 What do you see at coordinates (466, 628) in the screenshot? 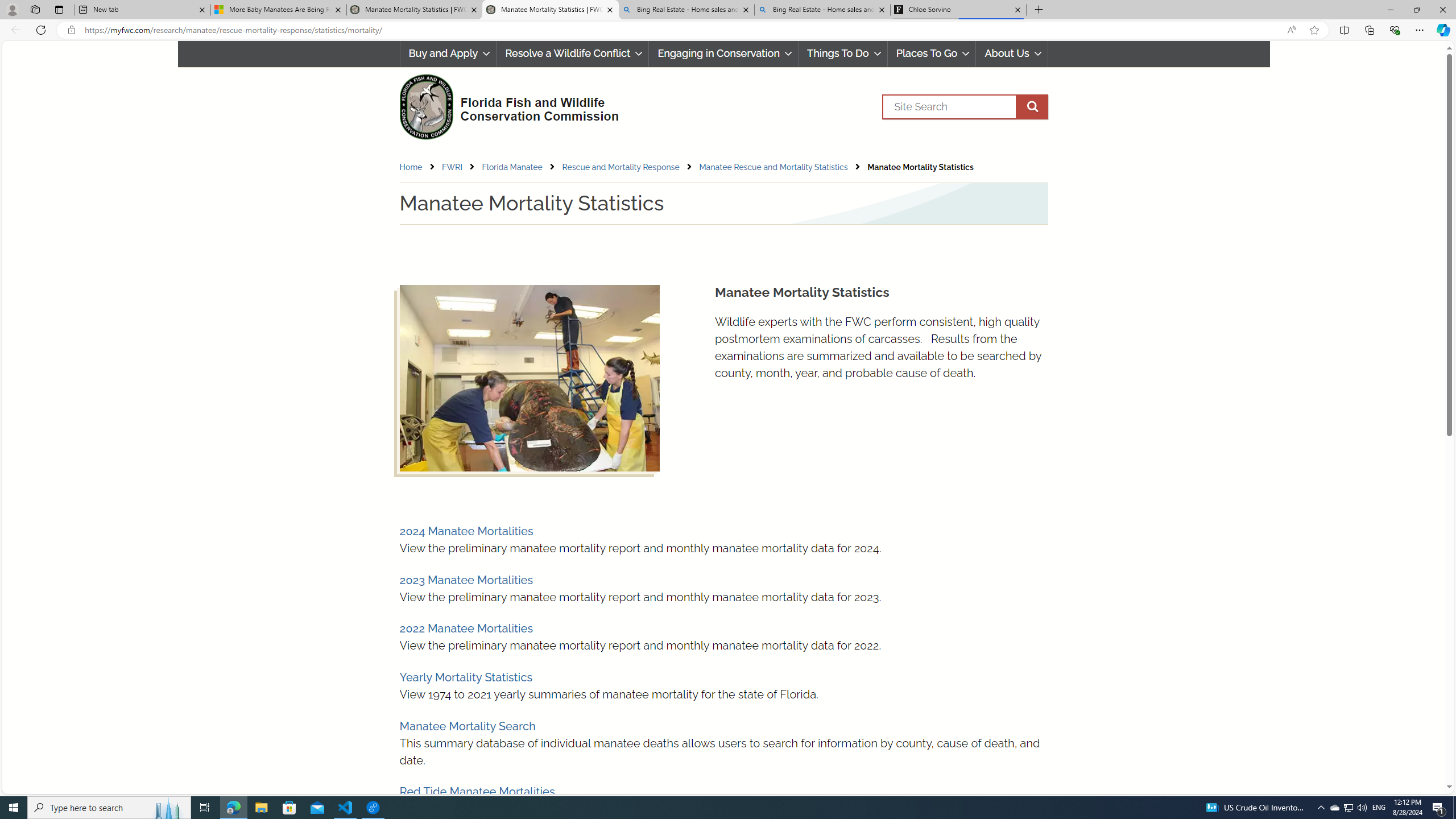
I see `'2022 Manatee Mortalities'` at bounding box center [466, 628].